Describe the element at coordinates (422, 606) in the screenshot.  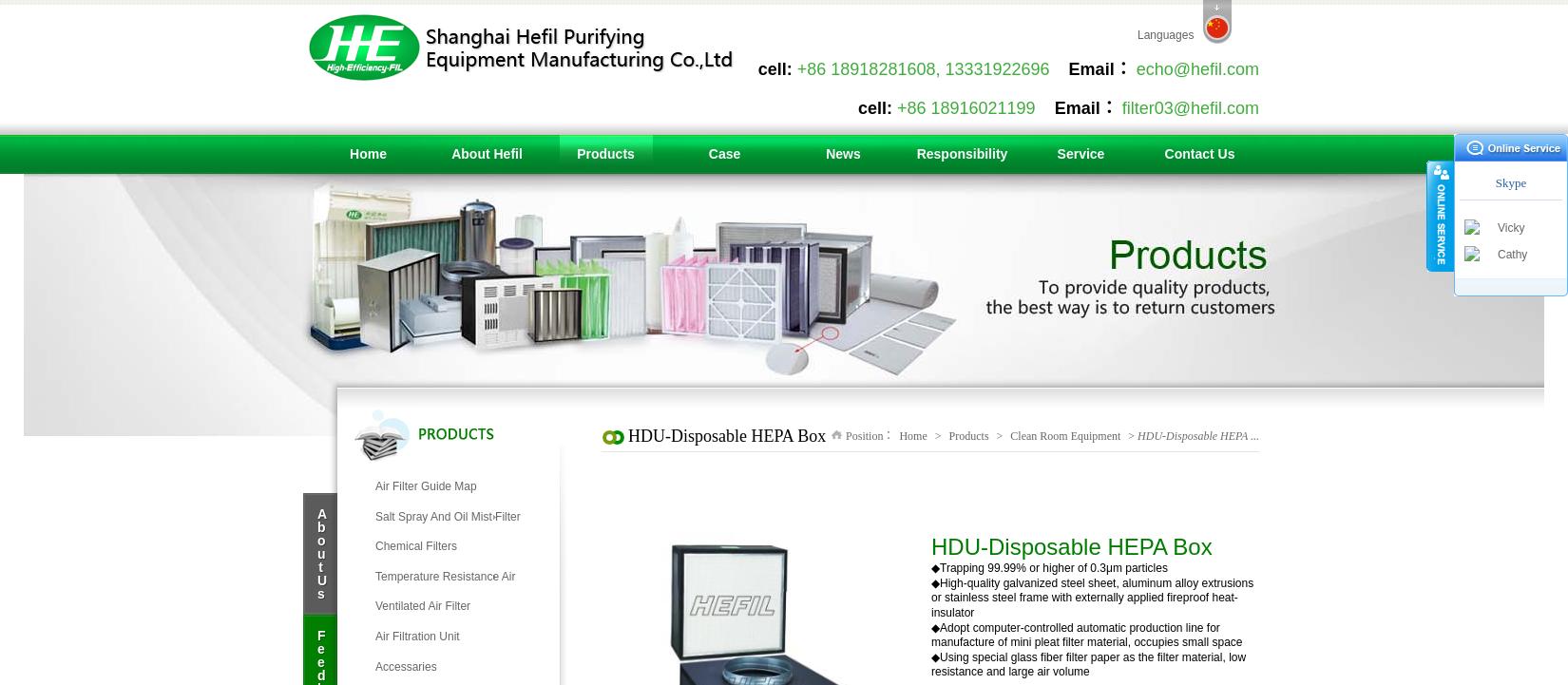
I see `'Ventilated Air Filter'` at that location.